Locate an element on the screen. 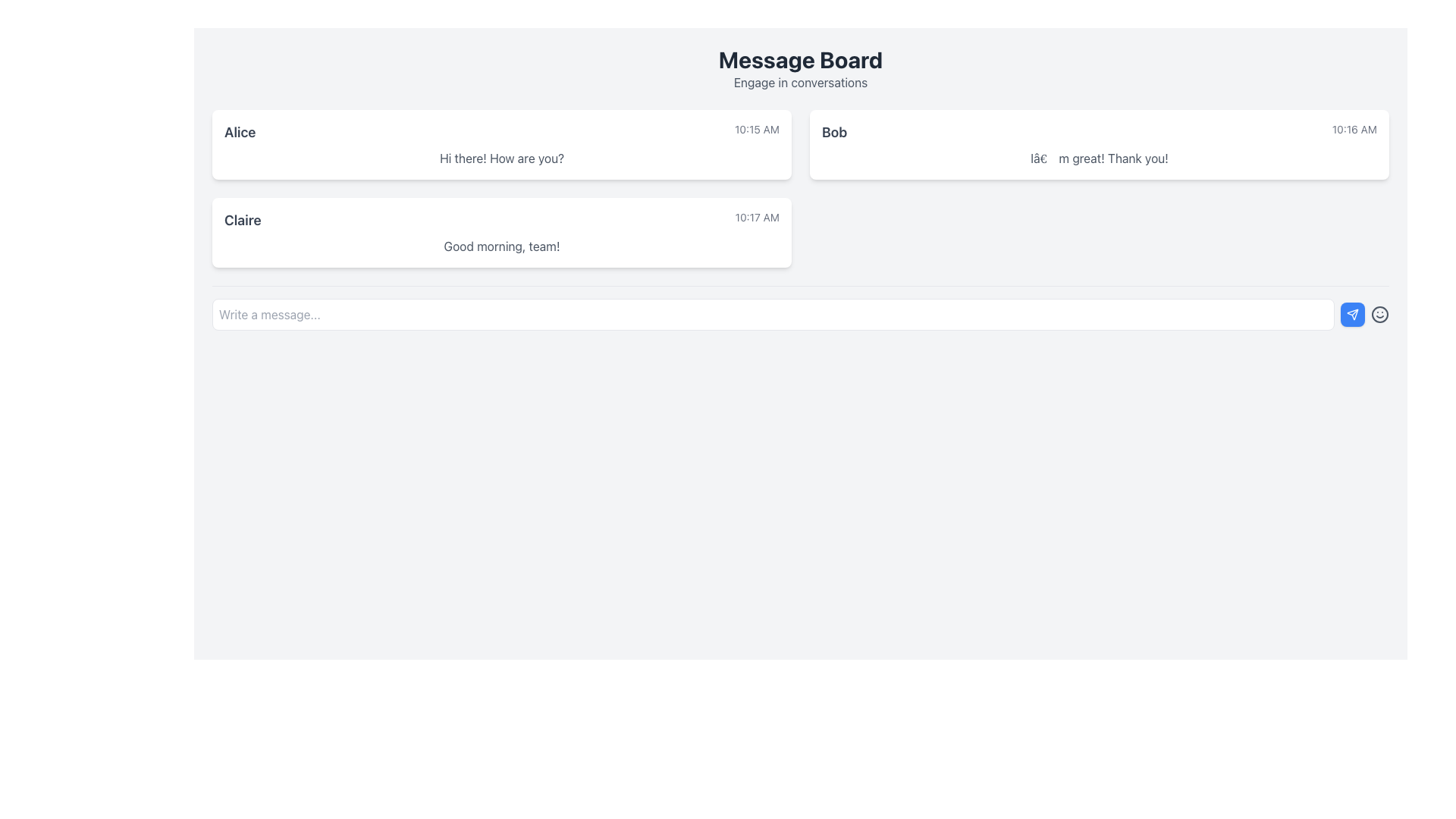  timestamp text element located at the far-right side of Bob's message block in the chat application is located at coordinates (1354, 131).